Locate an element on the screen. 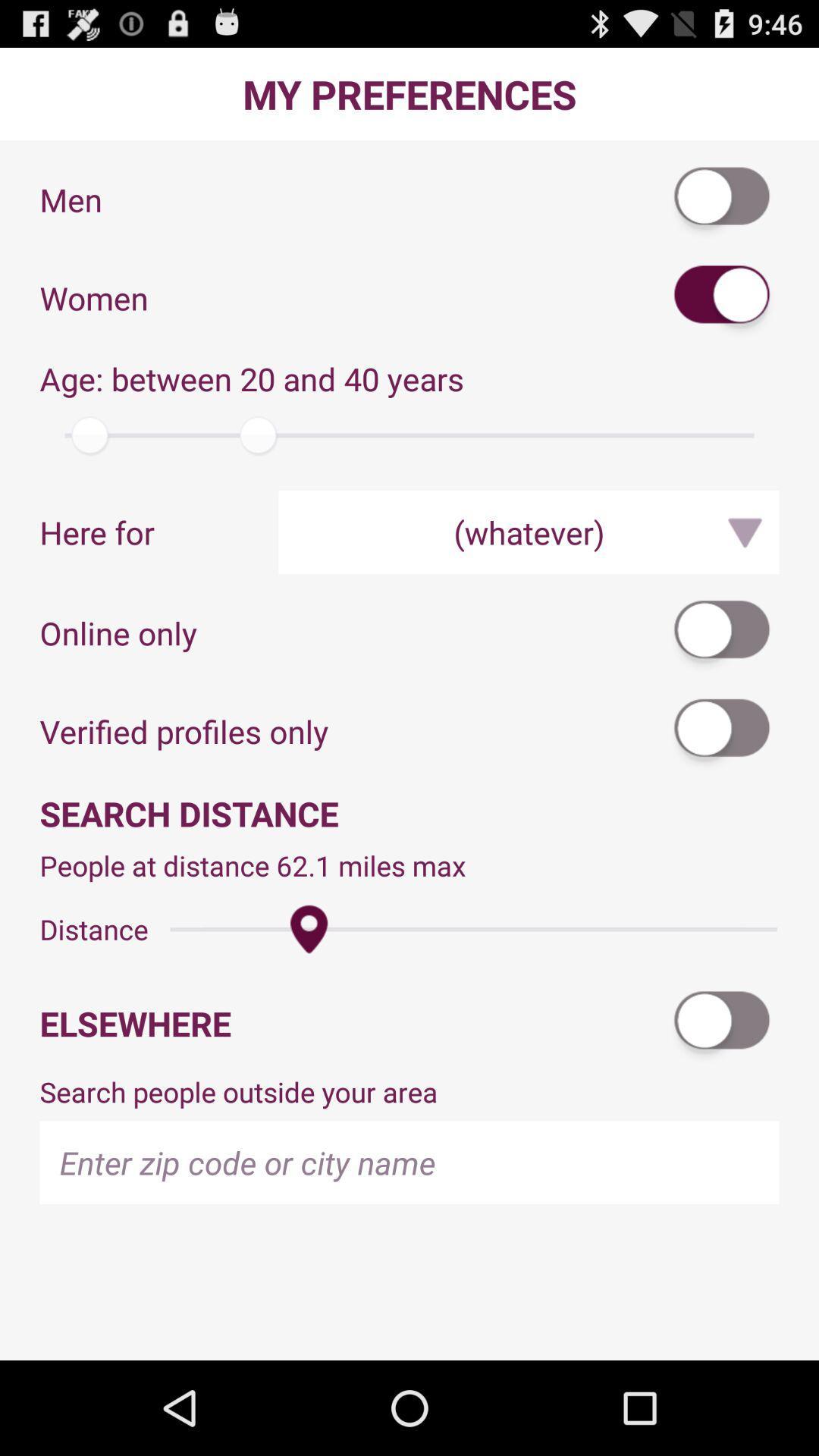 The height and width of the screenshot is (1456, 819). type in zip code or city name is located at coordinates (409, 1161).